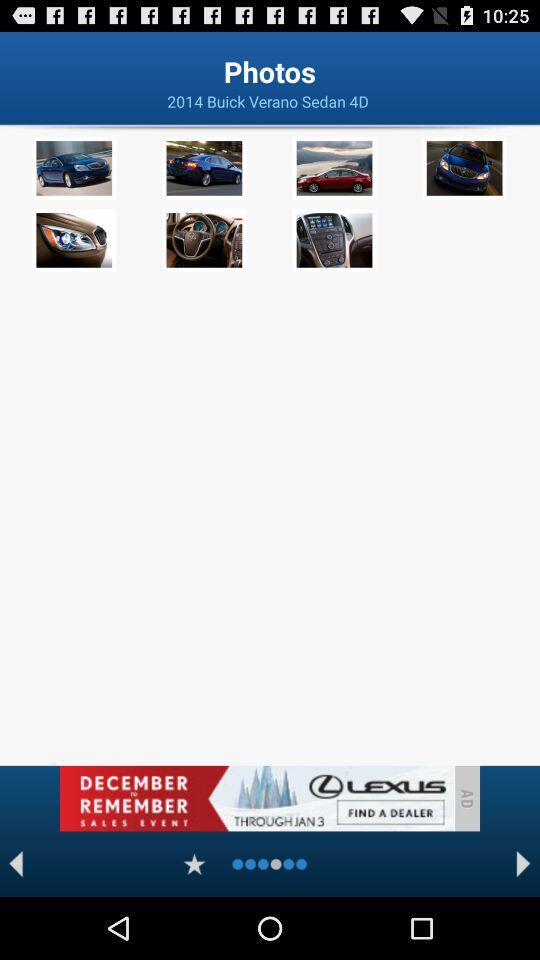 The height and width of the screenshot is (960, 540). I want to click on ratings, so click(194, 863).